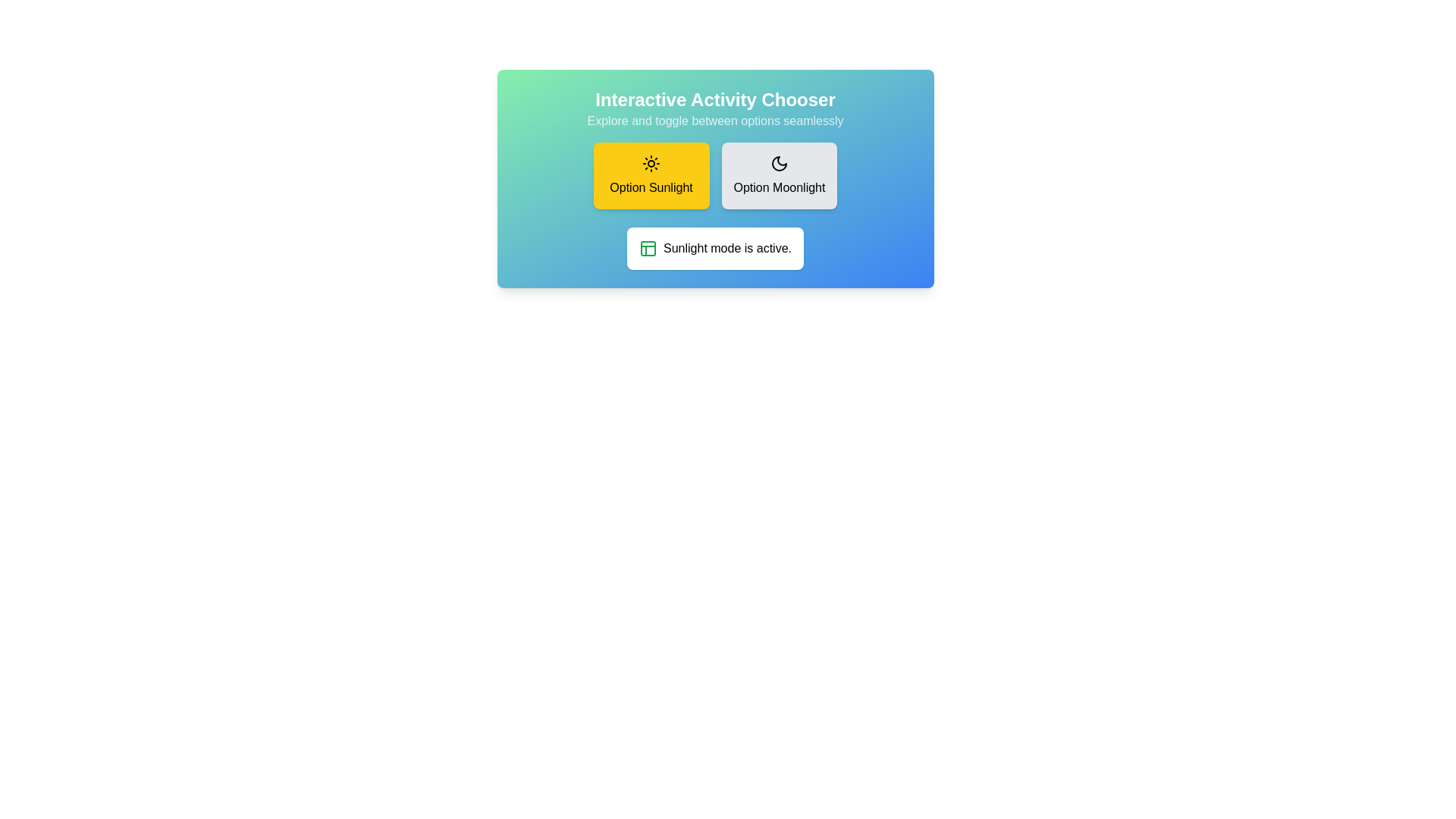  What do you see at coordinates (779, 174) in the screenshot?
I see `the 'Moonlight' theme button, which is represented by a moon icon and is located to the right of the 'Option Sunlight' button, beneath the 'Interactive Activity Chooser' headline` at bounding box center [779, 174].